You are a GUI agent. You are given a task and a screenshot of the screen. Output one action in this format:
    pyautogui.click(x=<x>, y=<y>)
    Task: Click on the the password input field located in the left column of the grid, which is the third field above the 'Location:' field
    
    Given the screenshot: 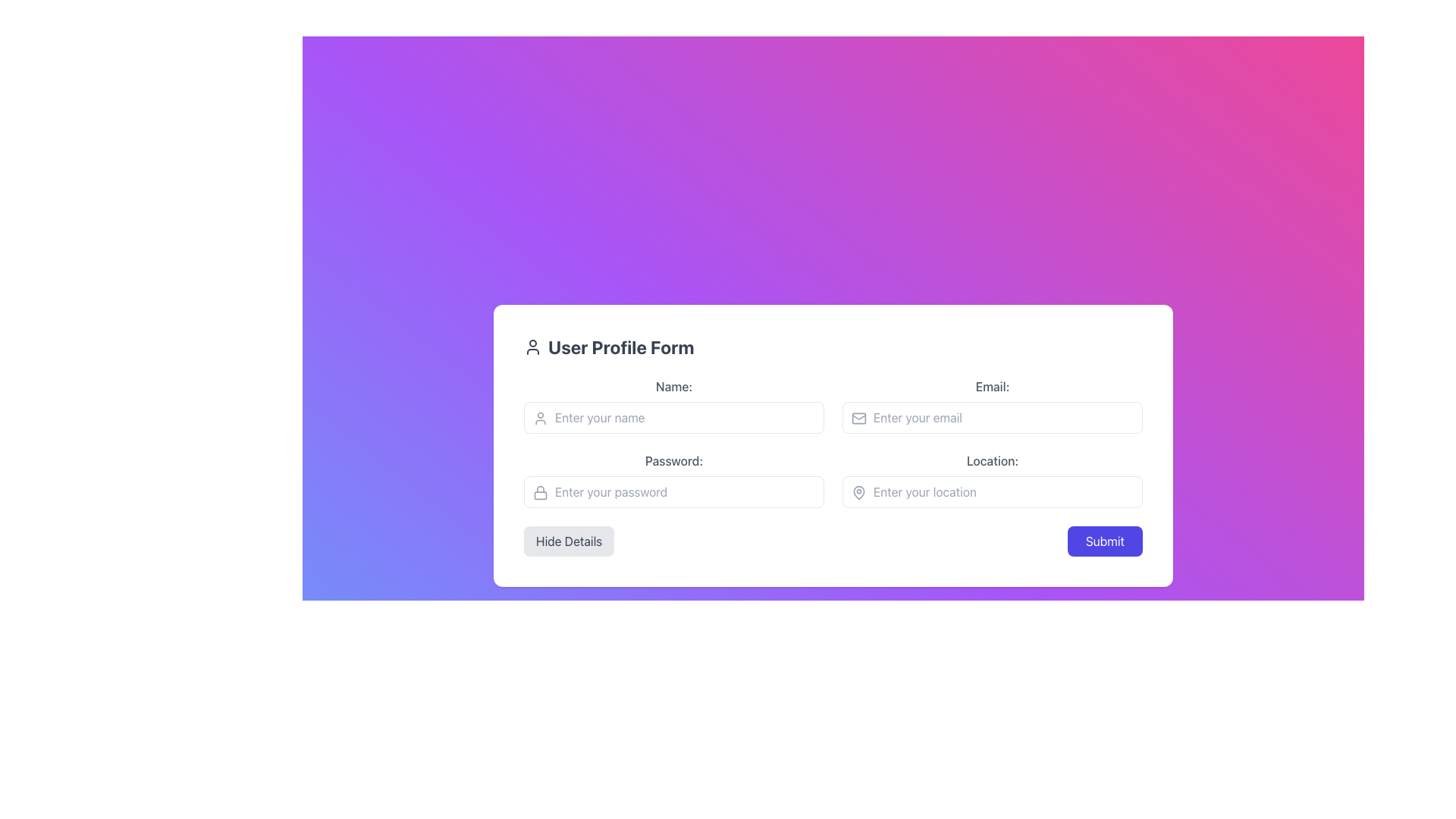 What is the action you would take?
    pyautogui.click(x=673, y=479)
    